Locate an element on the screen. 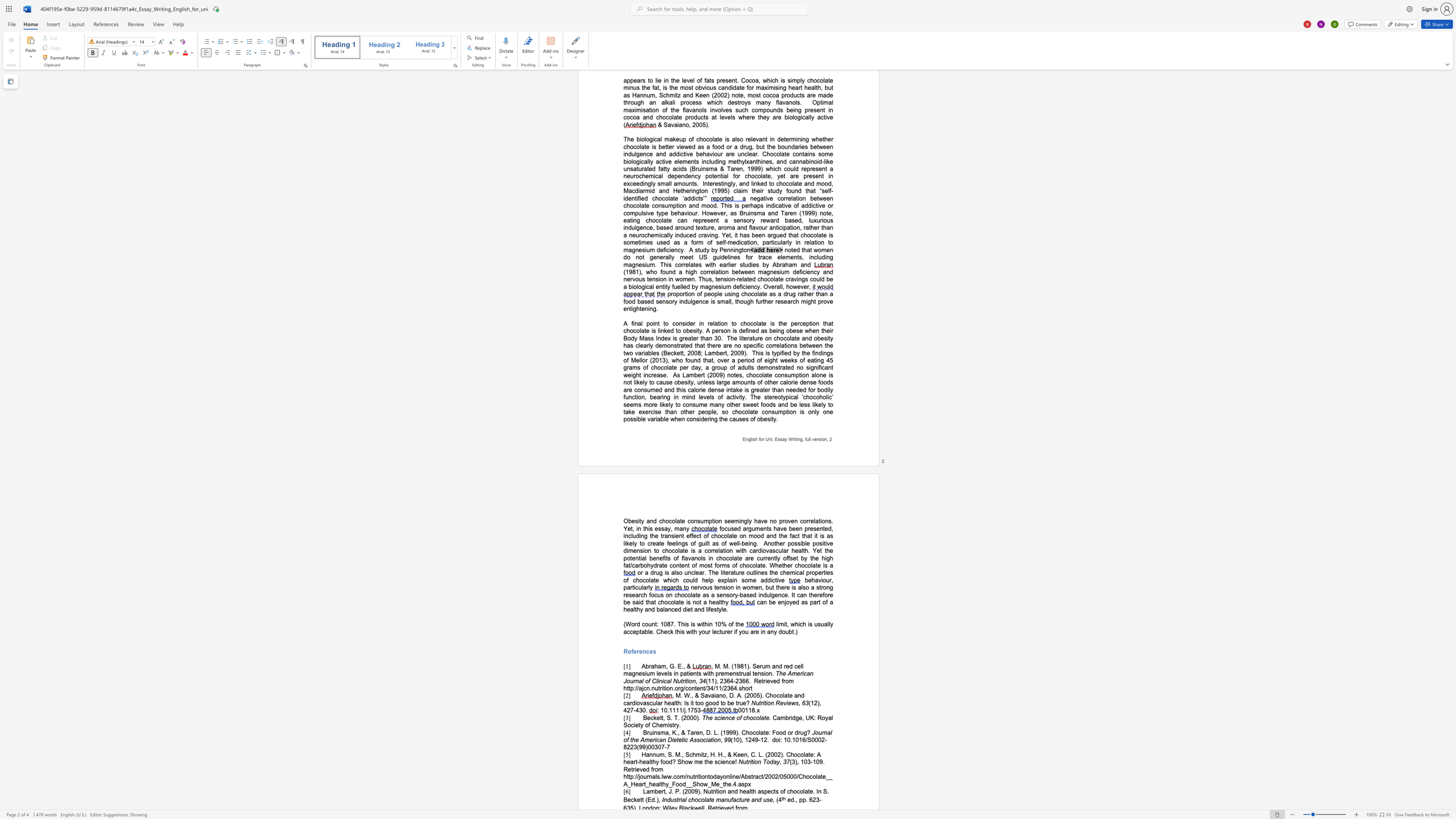 This screenshot has width=1456, height=819. the subset text "nten" within the text "Retrieved from http://ajcn.nutrition.org/content/34/11/2364.short" is located at coordinates (691, 688).